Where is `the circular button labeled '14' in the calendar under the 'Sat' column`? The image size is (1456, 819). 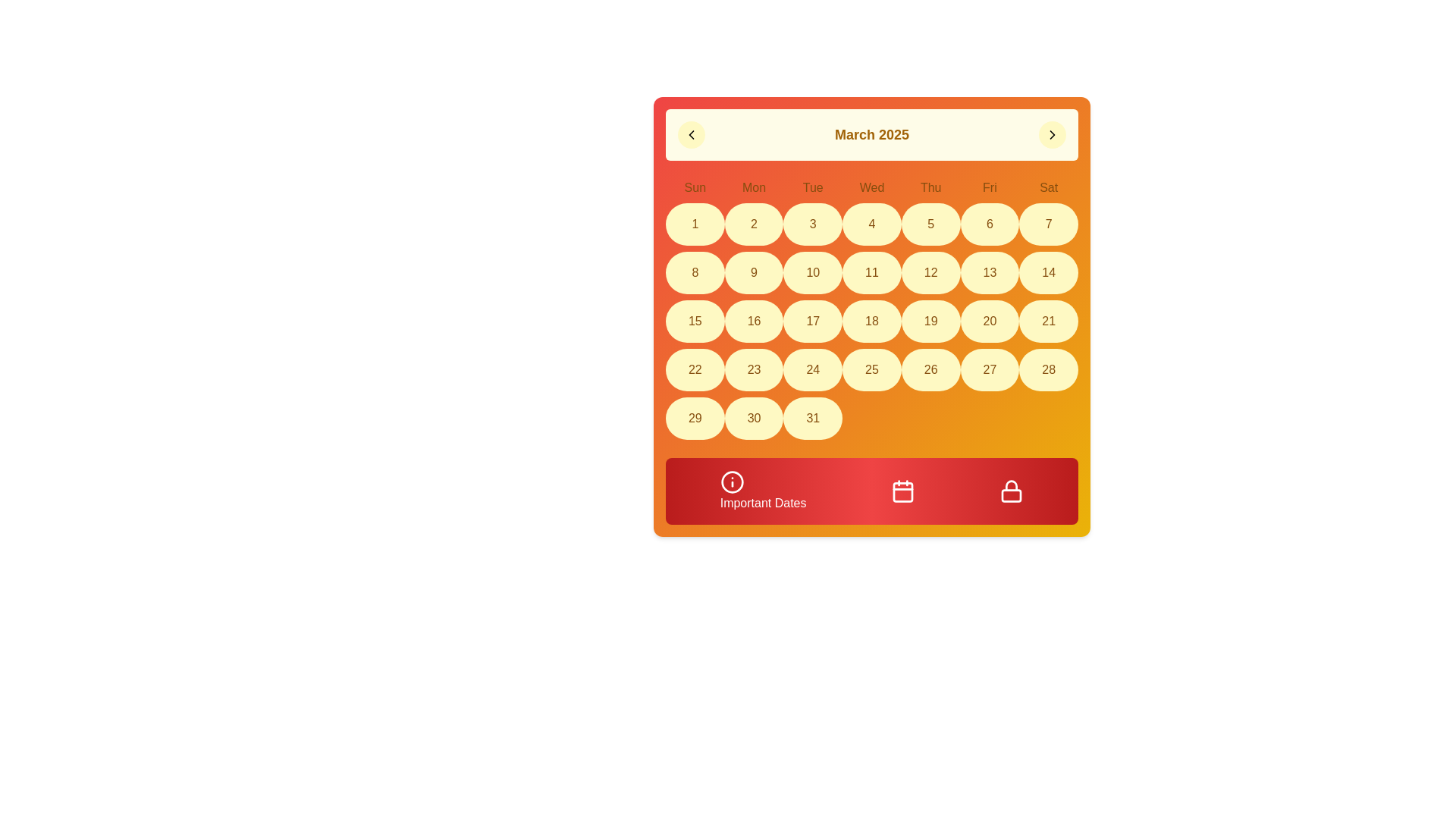 the circular button labeled '14' in the calendar under the 'Sat' column is located at coordinates (1048, 271).